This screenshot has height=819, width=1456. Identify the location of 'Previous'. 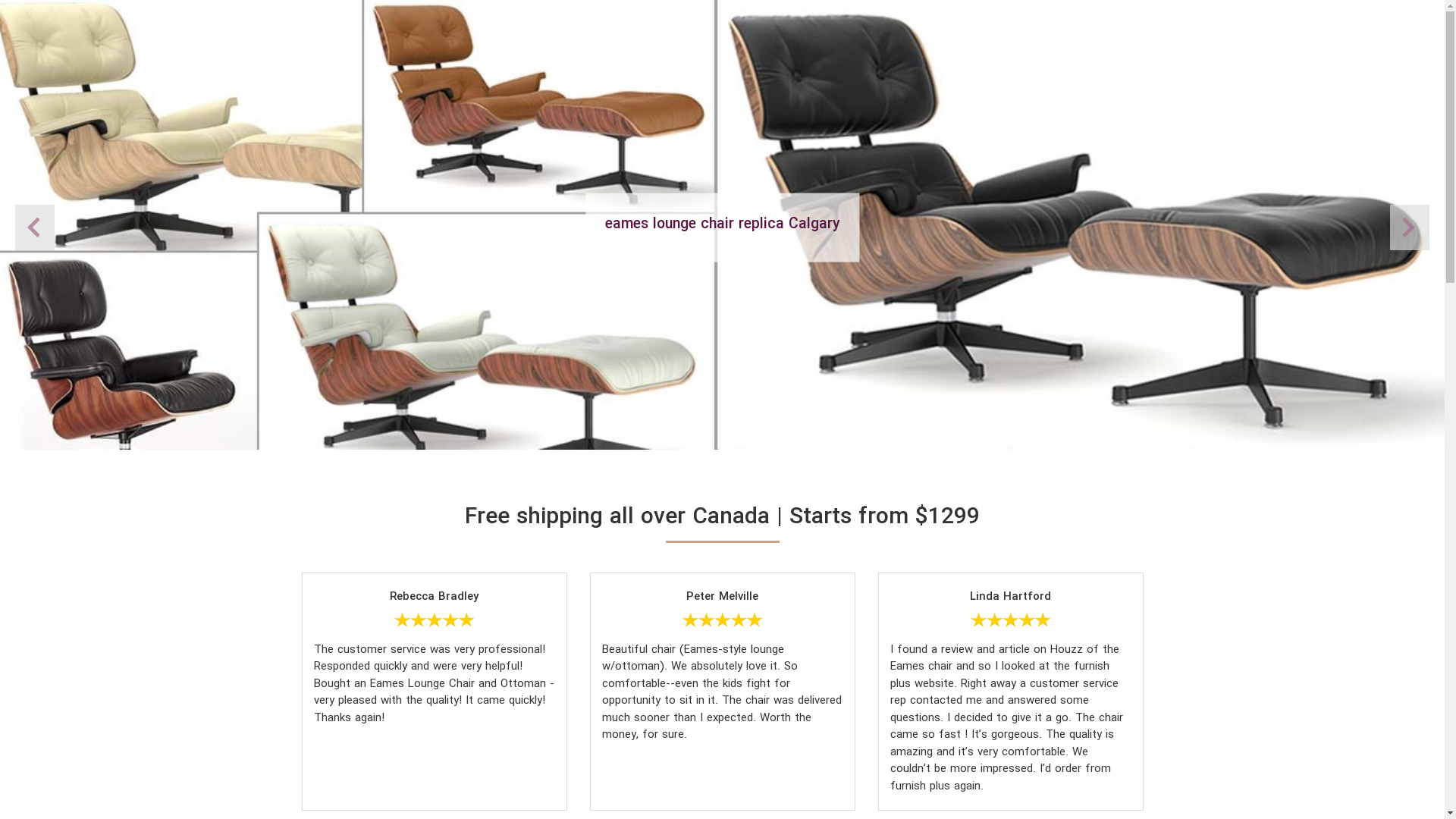
(1408, 227).